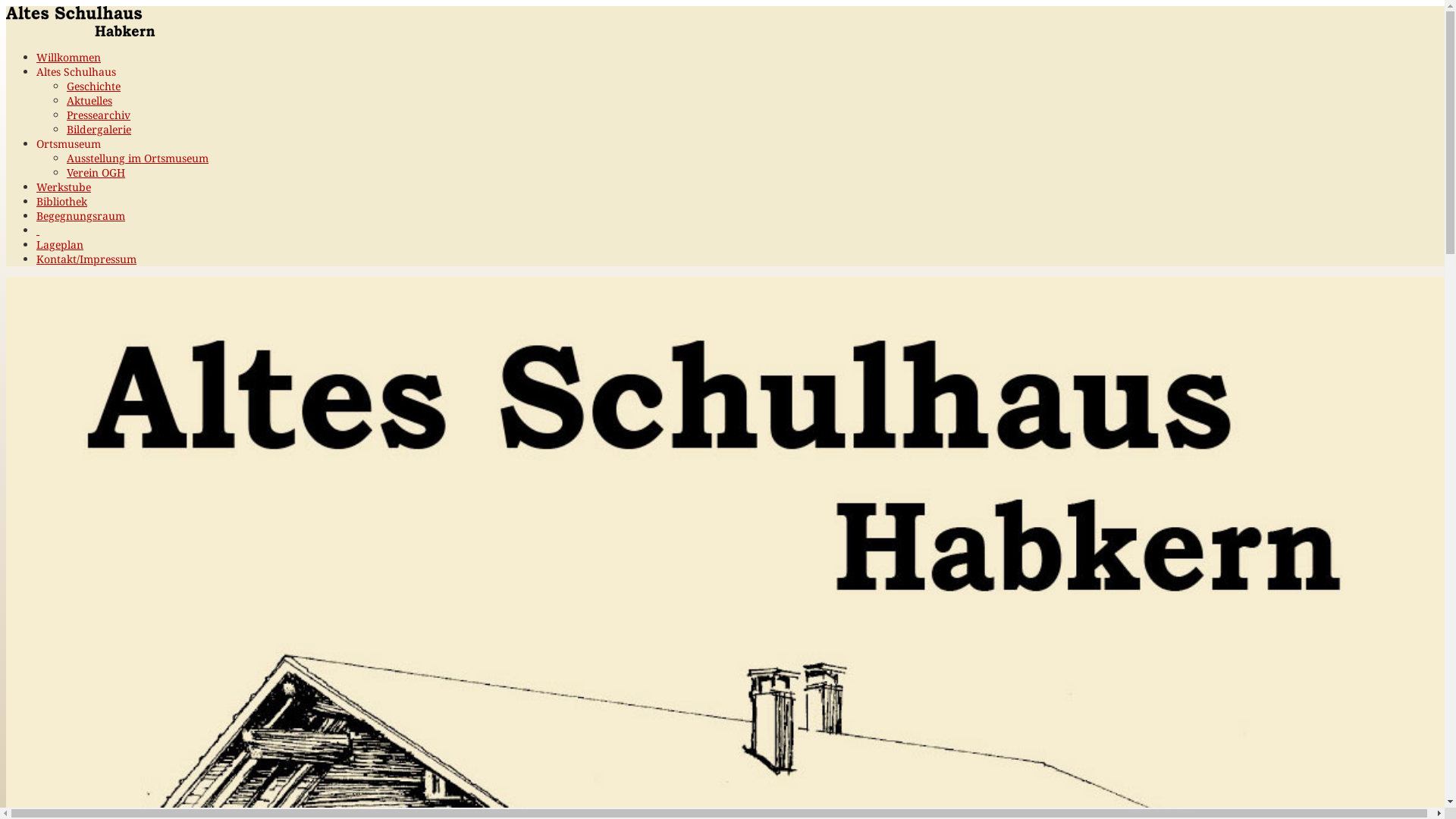 Image resolution: width=1456 pixels, height=819 pixels. Describe the element at coordinates (93, 86) in the screenshot. I see `'Geschichte'` at that location.